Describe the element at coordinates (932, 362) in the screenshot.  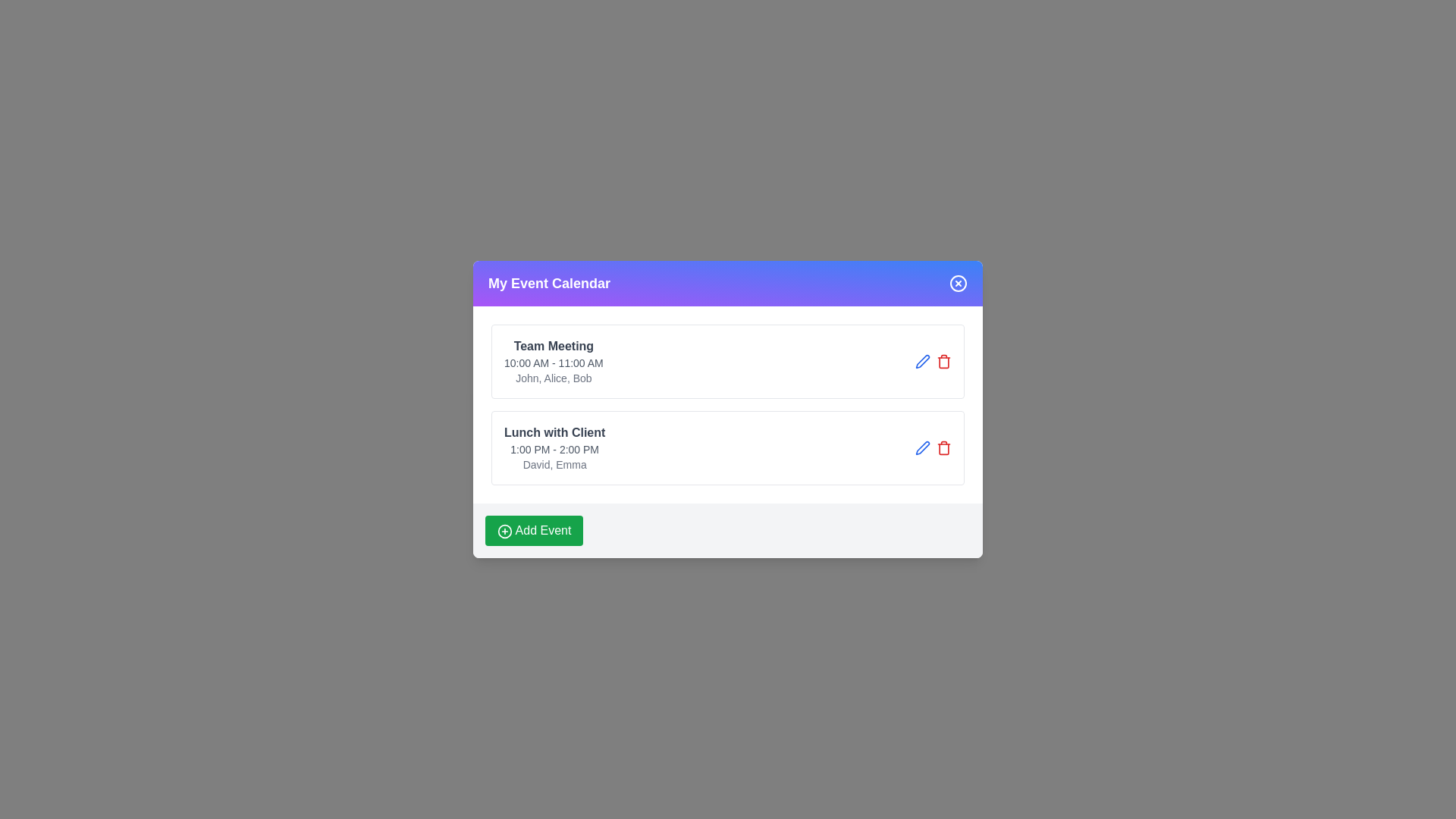
I see `the red delete icon in the interactive button group located at the top right corner of the 'Team Meeting' card` at that location.